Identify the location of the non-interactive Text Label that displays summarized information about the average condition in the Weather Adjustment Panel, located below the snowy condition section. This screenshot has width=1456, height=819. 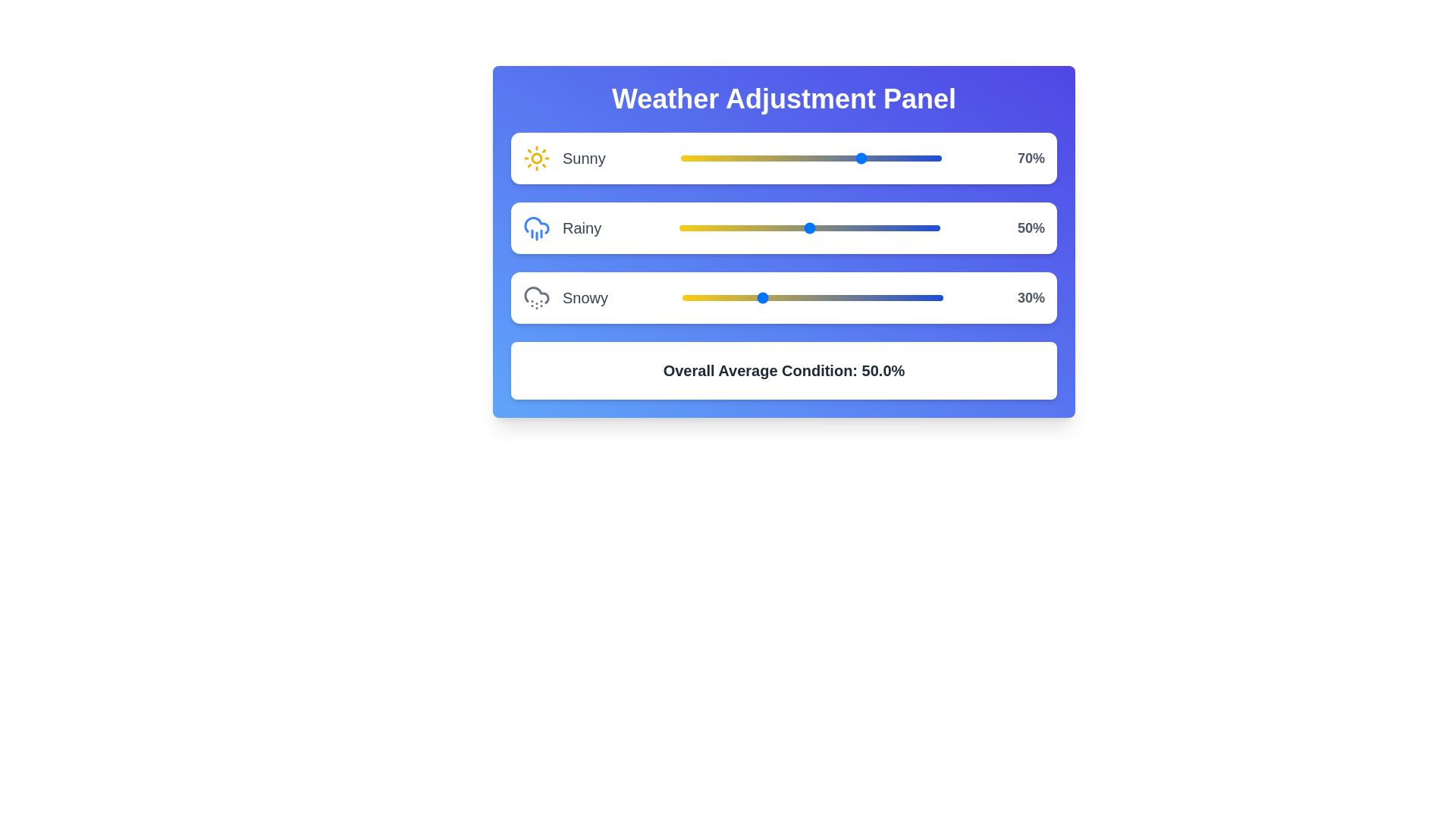
(783, 371).